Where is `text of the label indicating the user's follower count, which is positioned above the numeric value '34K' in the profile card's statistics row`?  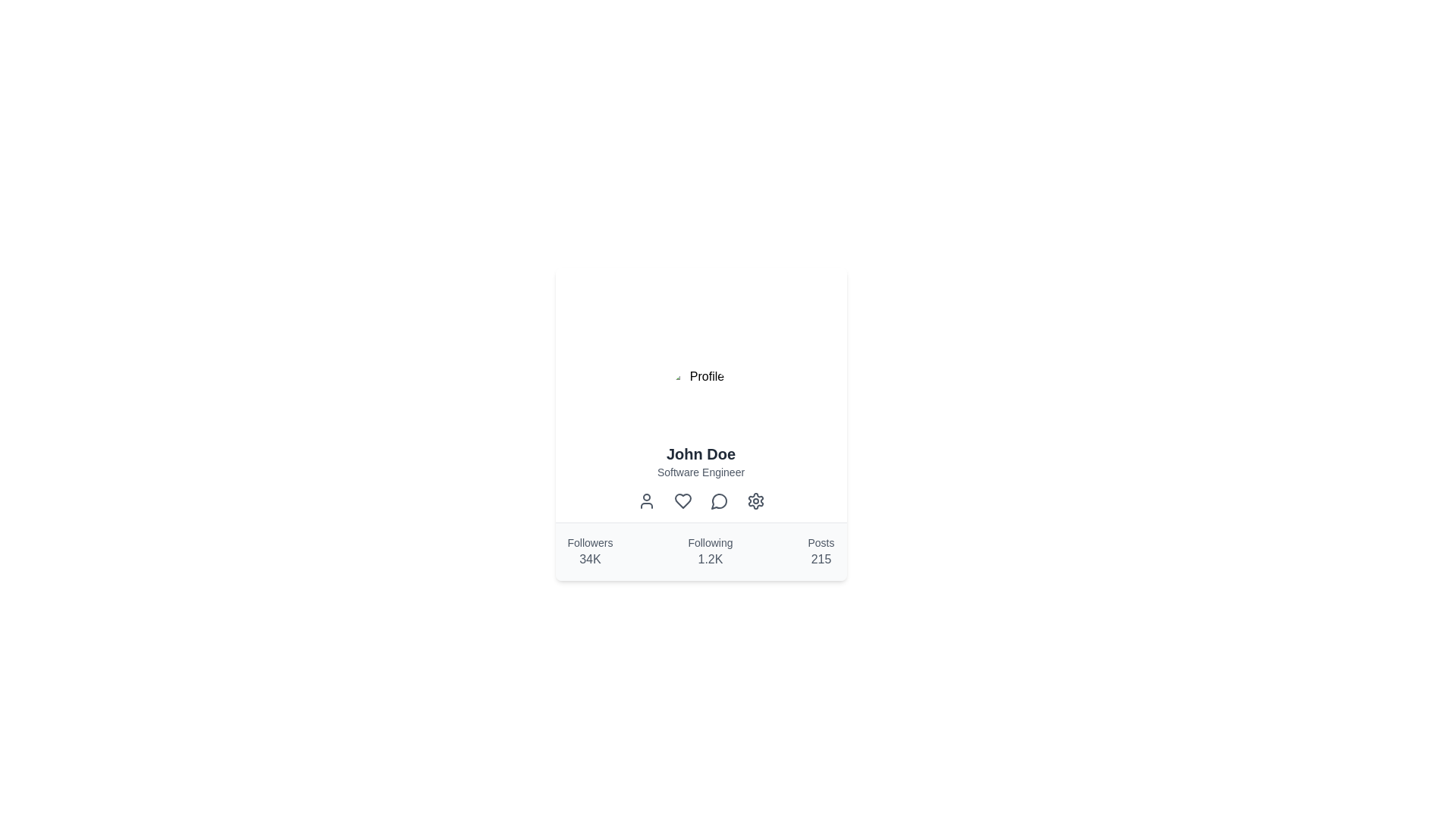
text of the label indicating the user's follower count, which is positioned above the numeric value '34K' in the profile card's statistics row is located at coordinates (589, 542).